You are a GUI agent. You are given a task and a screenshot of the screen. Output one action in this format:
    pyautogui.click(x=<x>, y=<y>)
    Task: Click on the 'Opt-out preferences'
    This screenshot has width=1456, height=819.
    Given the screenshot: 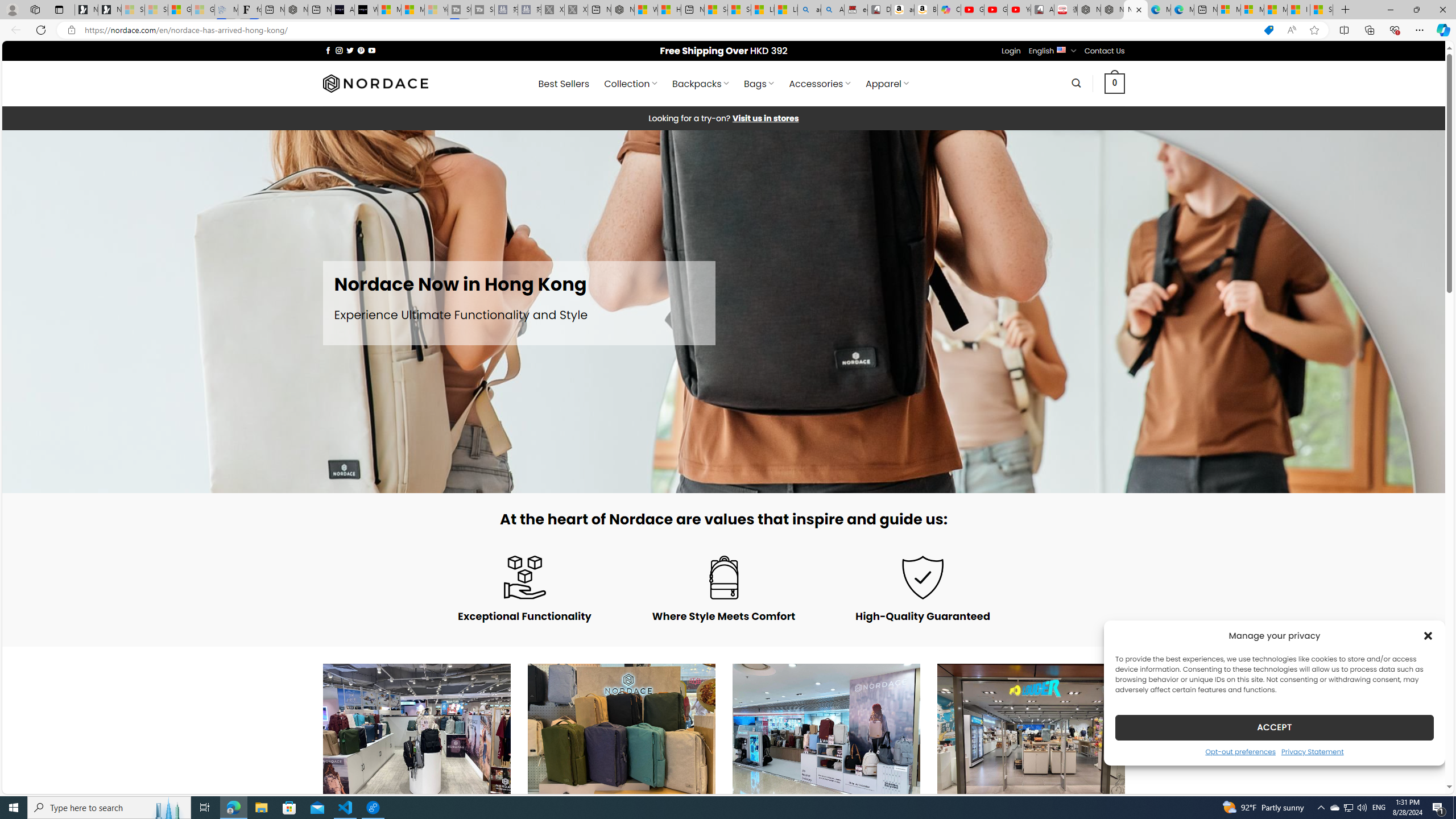 What is the action you would take?
    pyautogui.click(x=1240, y=751)
    